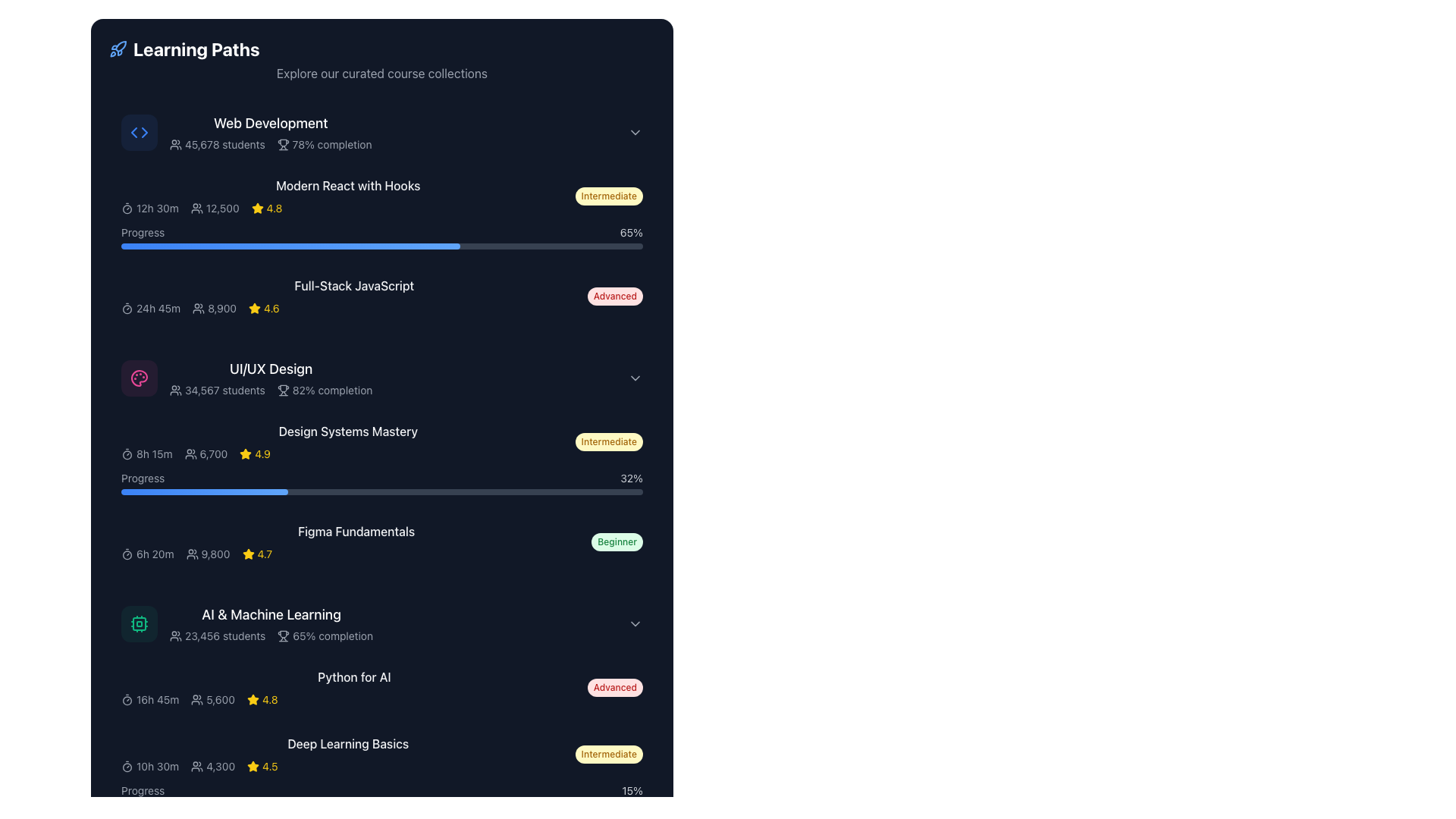 This screenshot has height=819, width=1456. Describe the element at coordinates (246, 453) in the screenshot. I see `the rating icon representing a high feedback indicator for the course 'Design Systems Mastery', located on the right side of the course entry` at that location.